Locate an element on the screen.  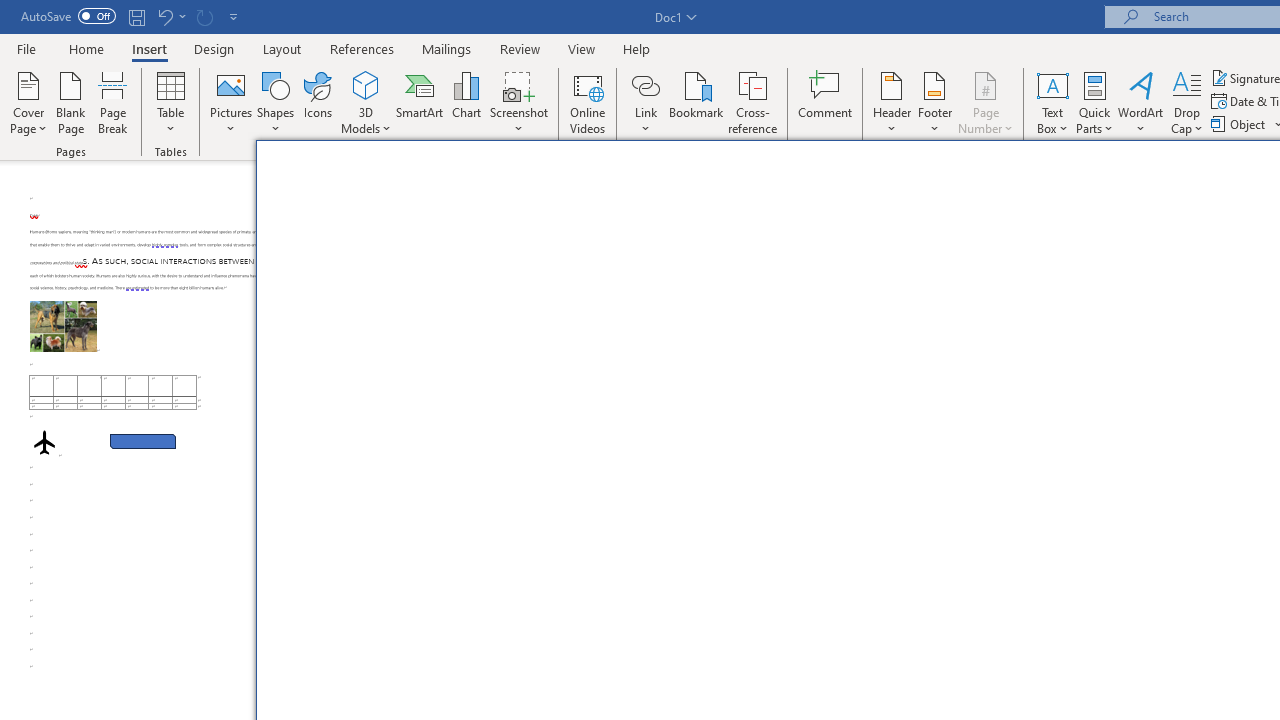
'Table' is located at coordinates (170, 103).